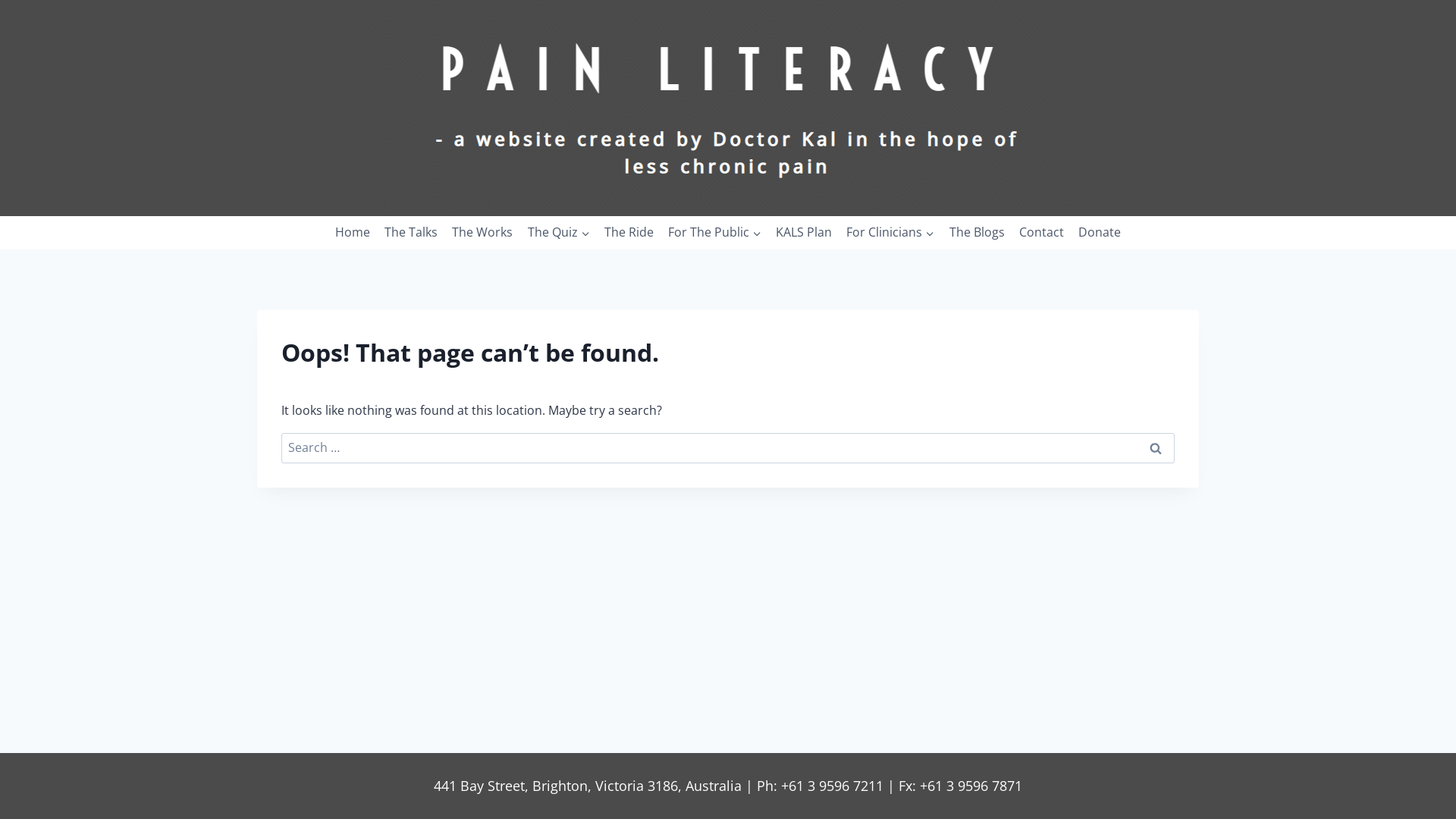 This screenshot has width=1456, height=819. I want to click on 'For Clinicians', so click(890, 233).